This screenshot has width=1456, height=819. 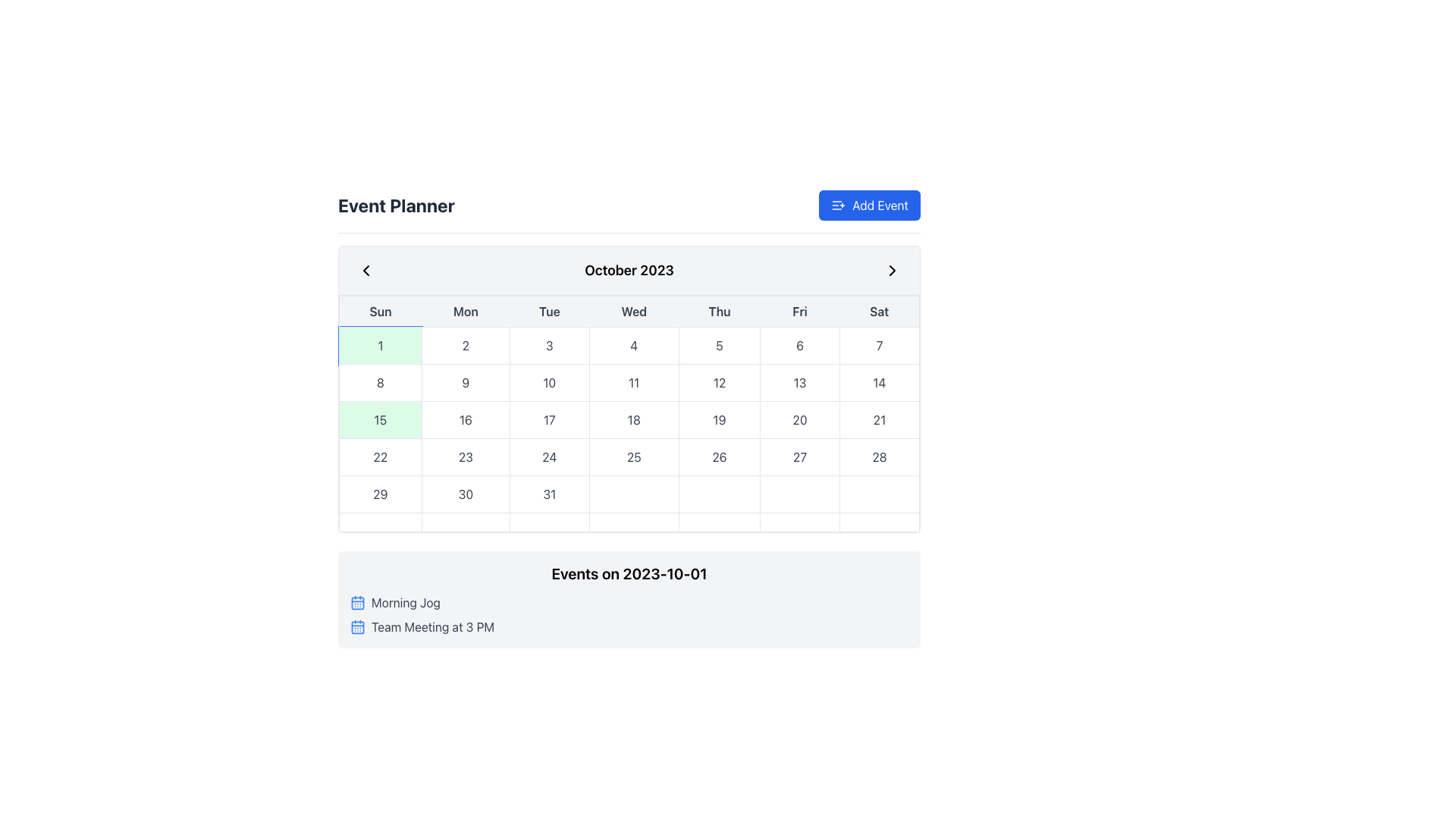 I want to click on the Calendar header text, so click(x=629, y=270).